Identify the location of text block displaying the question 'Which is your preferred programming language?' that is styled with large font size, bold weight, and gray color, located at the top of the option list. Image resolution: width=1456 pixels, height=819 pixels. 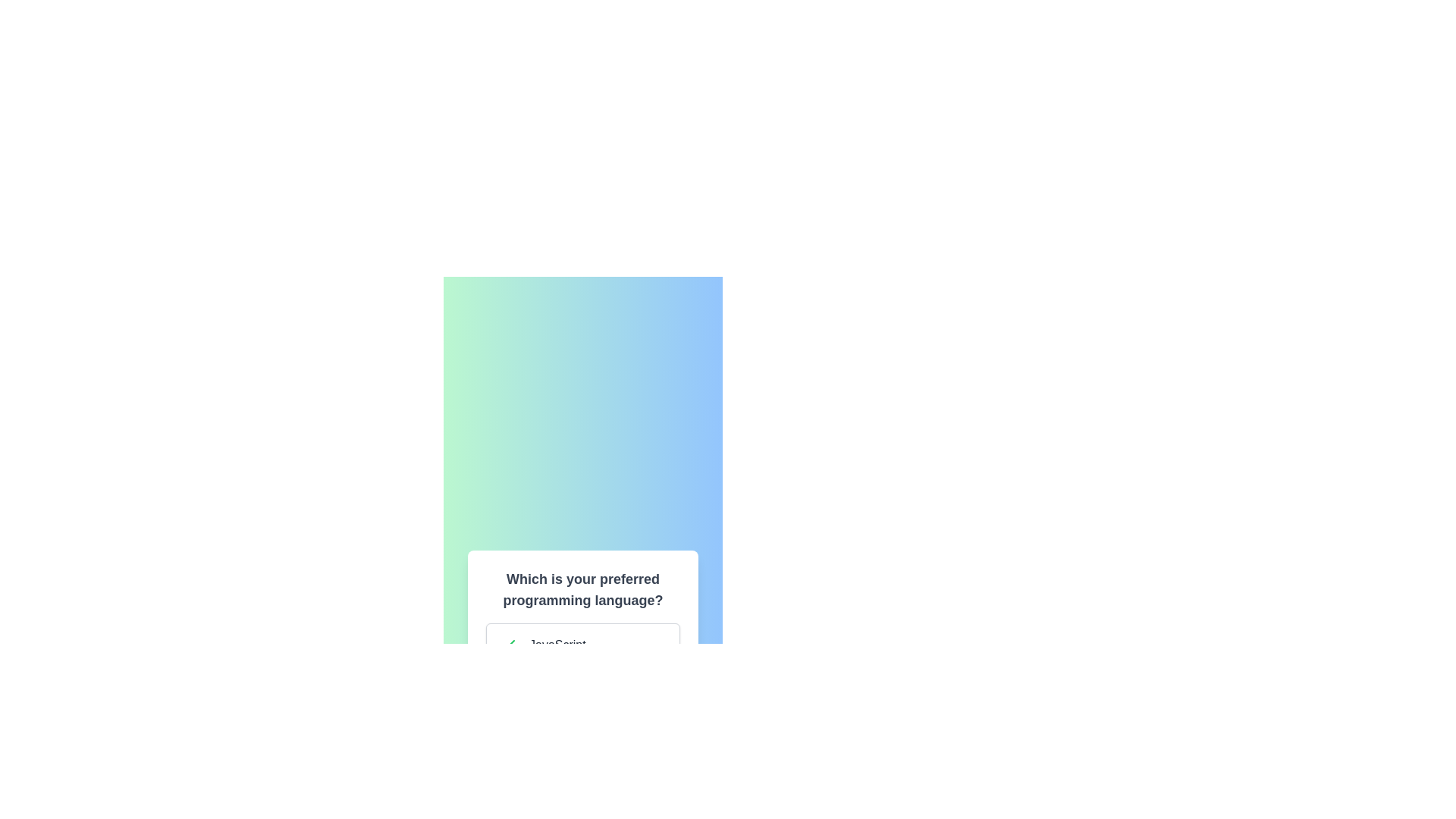
(582, 589).